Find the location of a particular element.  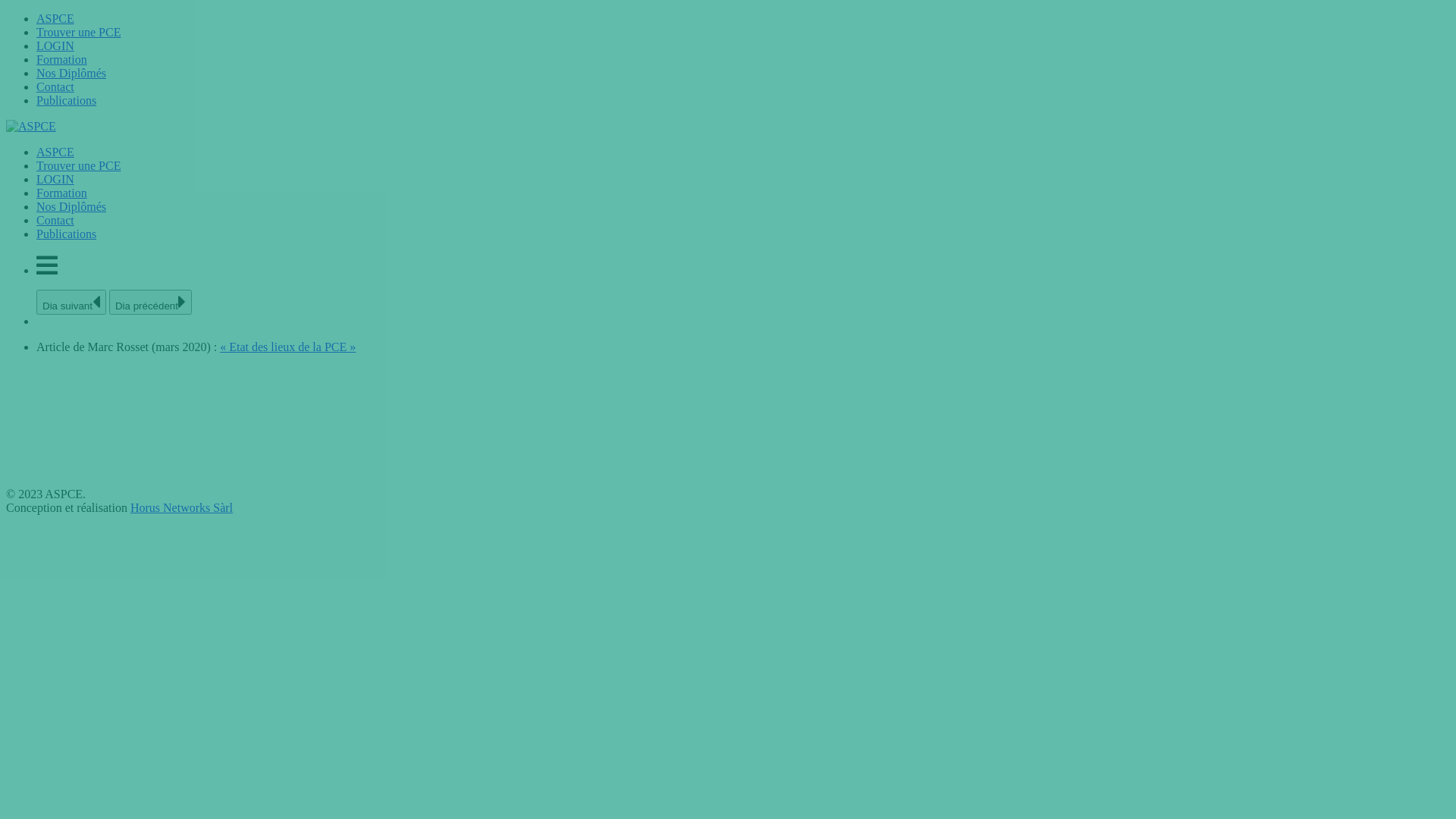

'ASPCE' is located at coordinates (55, 152).